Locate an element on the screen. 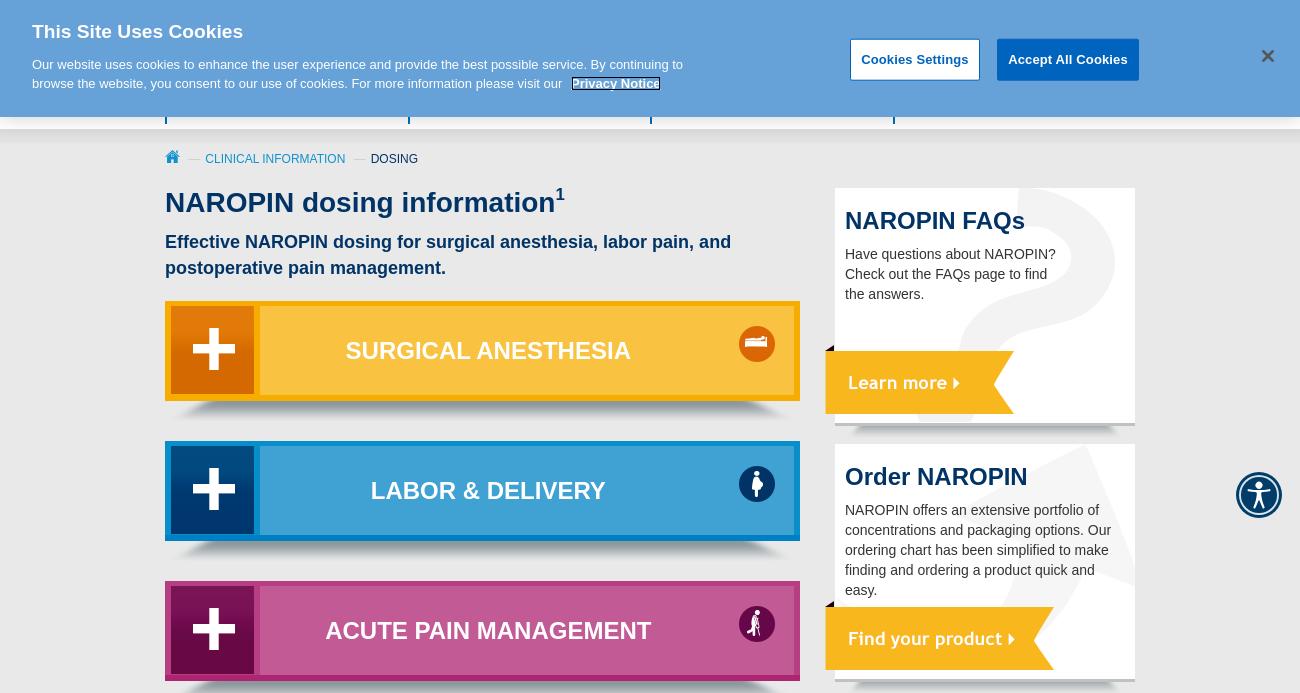 The width and height of the screenshot is (1300, 693). 'Order NAROPIN' is located at coordinates (936, 475).